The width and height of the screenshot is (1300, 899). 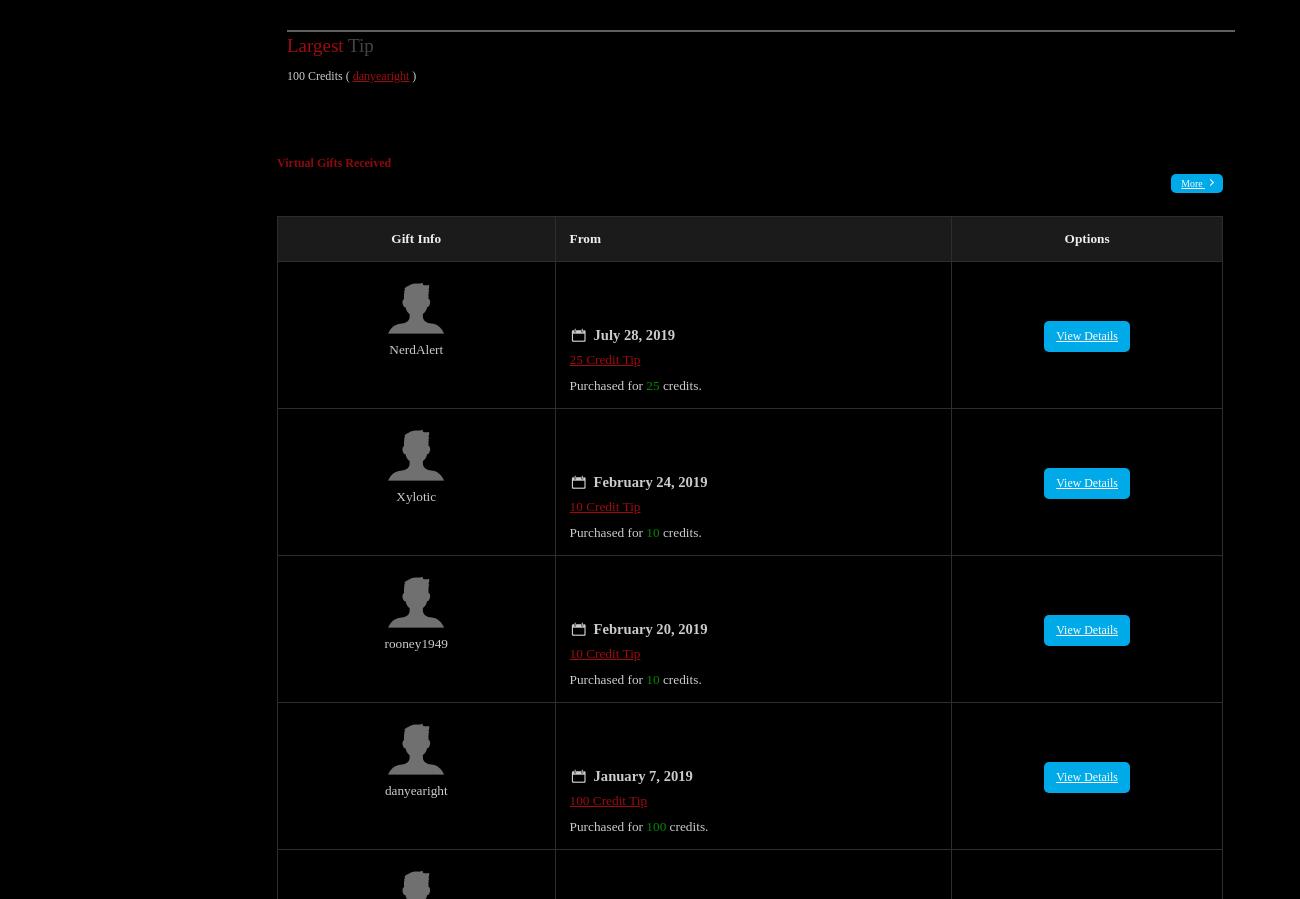 I want to click on 'Xylotic', so click(x=416, y=474).